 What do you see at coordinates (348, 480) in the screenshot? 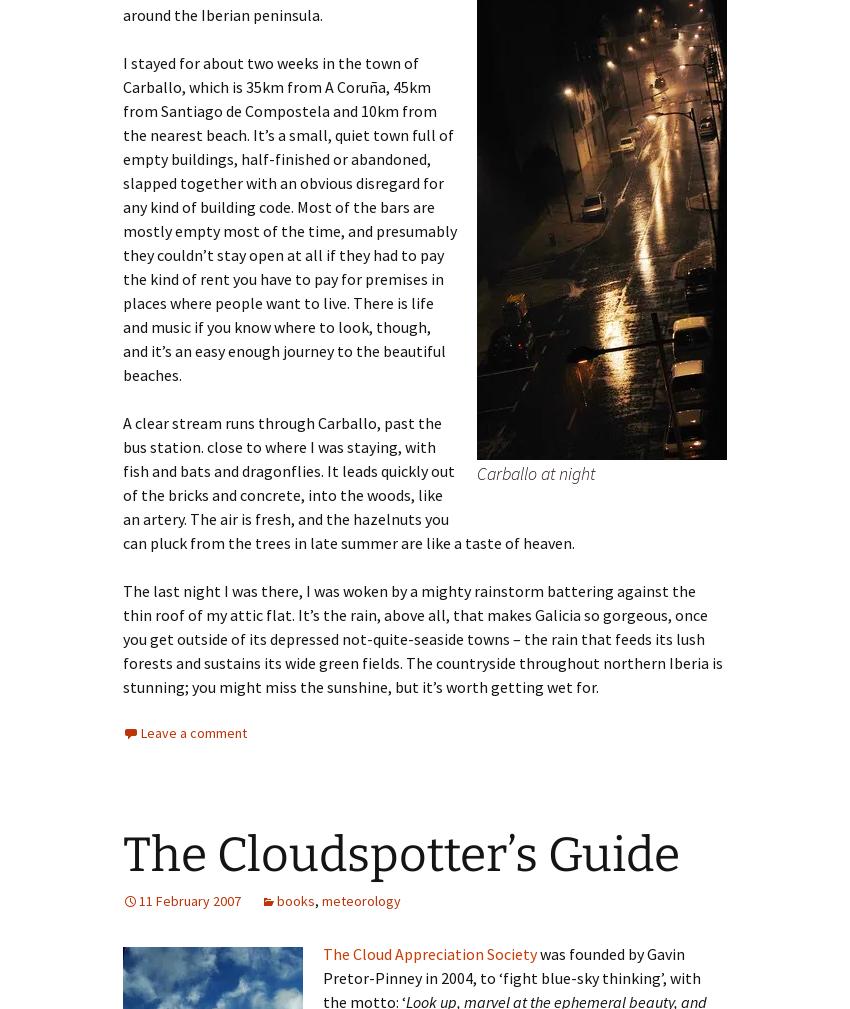
I see `'A clear stream runs through Carballo, past the bus station. close to where I was staying, with fish and bats and dragonflies. It leads quickly out of the bricks and concrete, into the woods, like an artery. The air is fresh, and the hazelnuts you can pluck from the trees in late summer are like a taste of heaven.'` at bounding box center [348, 480].